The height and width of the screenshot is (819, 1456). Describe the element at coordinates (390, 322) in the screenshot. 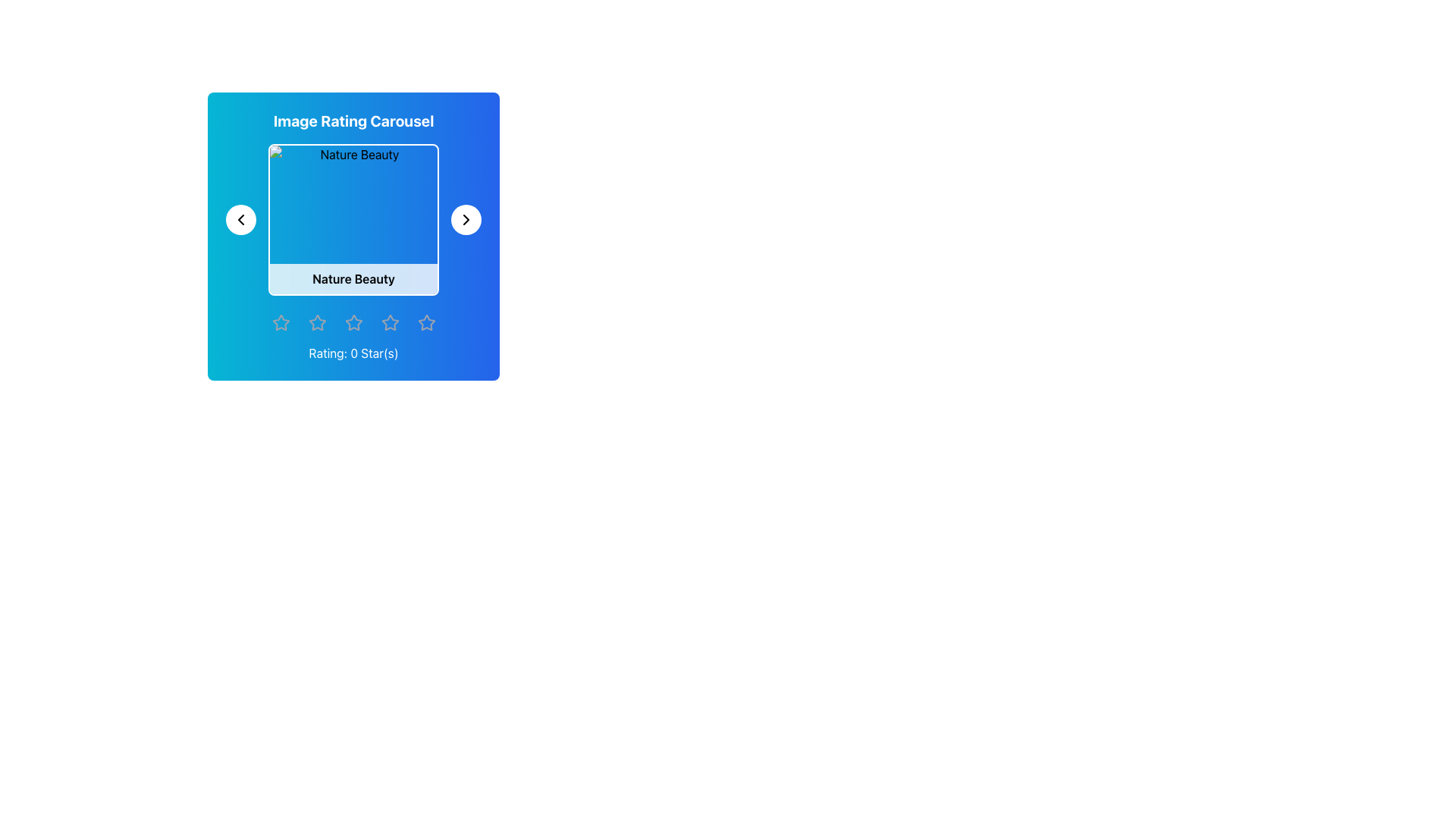

I see `the fourth star icon in the five-star rating component to provide a four-star rating` at that location.